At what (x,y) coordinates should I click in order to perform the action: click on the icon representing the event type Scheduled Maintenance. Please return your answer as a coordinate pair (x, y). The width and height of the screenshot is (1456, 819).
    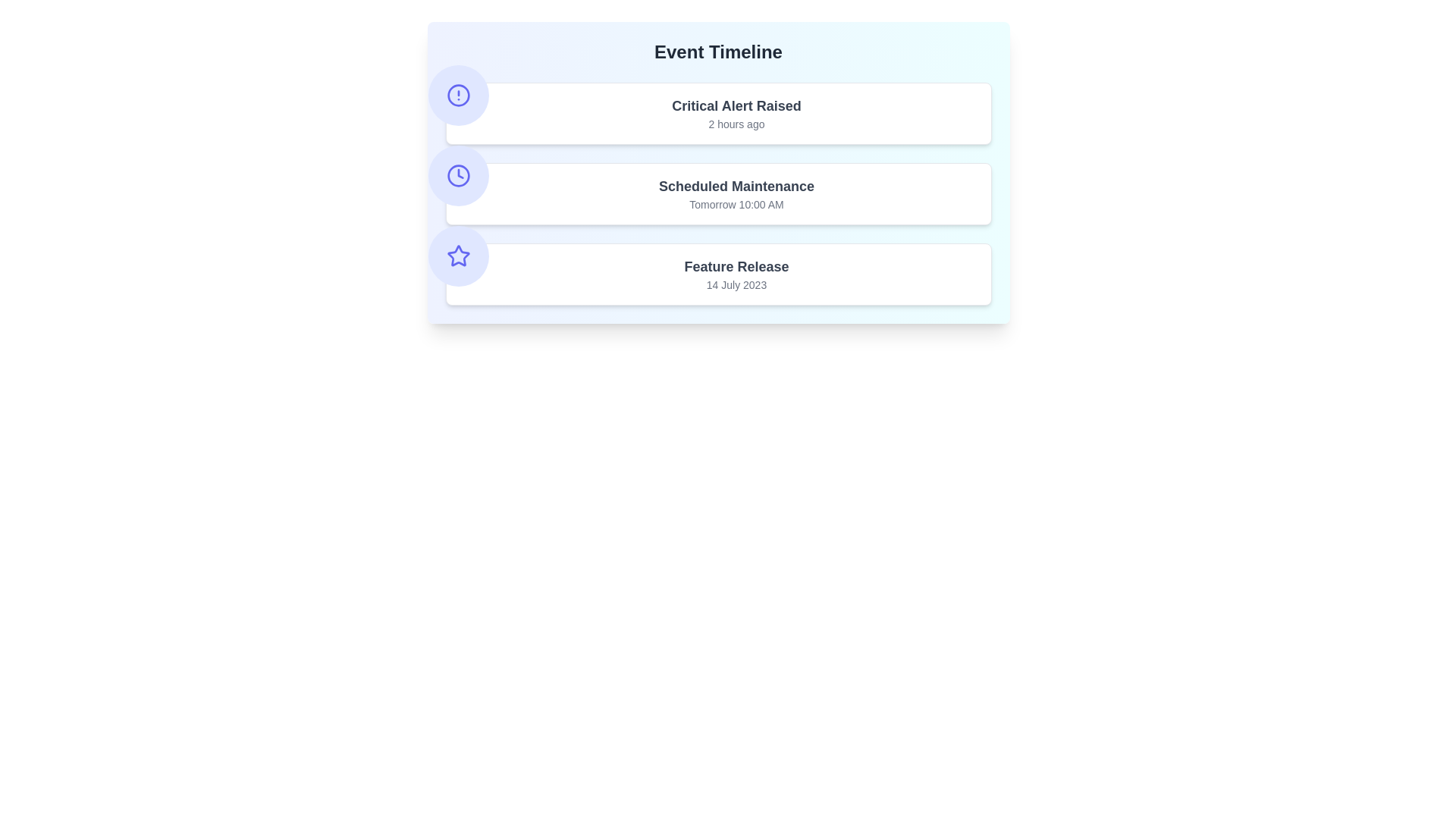
    Looking at the image, I should click on (457, 174).